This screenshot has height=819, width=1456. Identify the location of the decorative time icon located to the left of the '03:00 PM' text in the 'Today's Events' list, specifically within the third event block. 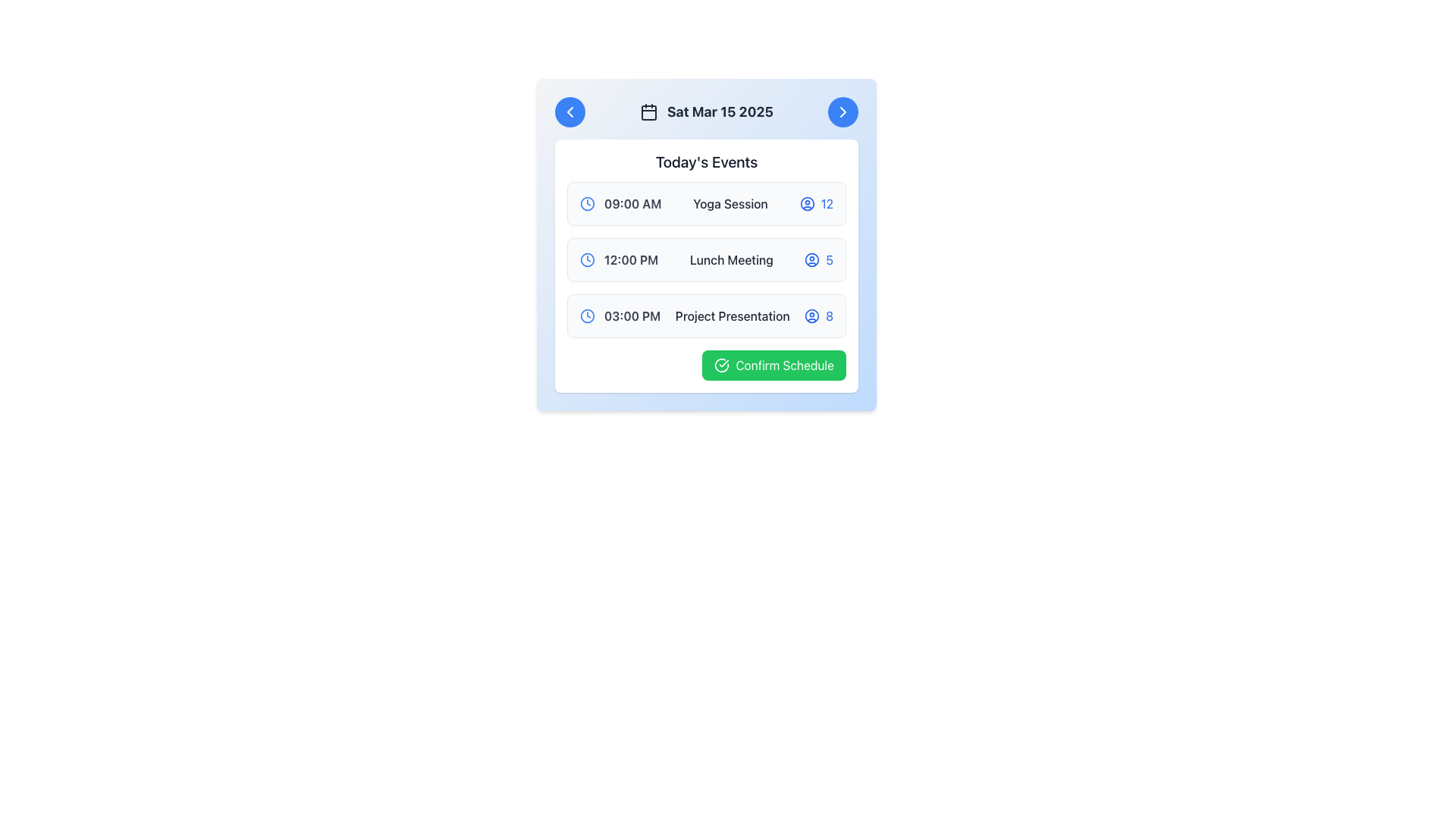
(586, 315).